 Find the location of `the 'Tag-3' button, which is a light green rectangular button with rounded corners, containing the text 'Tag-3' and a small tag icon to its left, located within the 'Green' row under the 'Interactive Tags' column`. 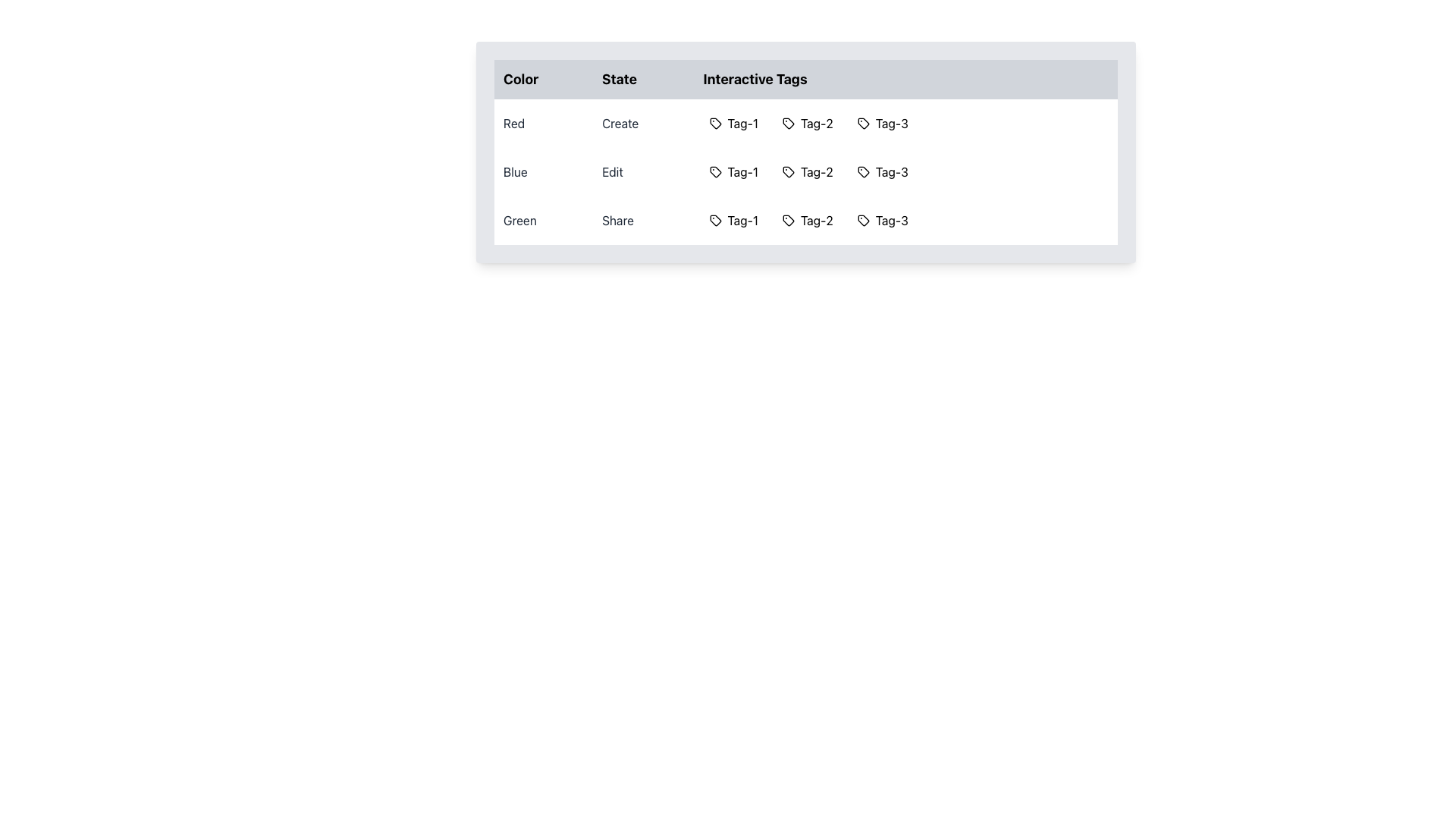

the 'Tag-3' button, which is a light green rectangular button with rounded corners, containing the text 'Tag-3' and a small tag icon to its left, located within the 'Green' row under the 'Interactive Tags' column is located at coordinates (883, 220).